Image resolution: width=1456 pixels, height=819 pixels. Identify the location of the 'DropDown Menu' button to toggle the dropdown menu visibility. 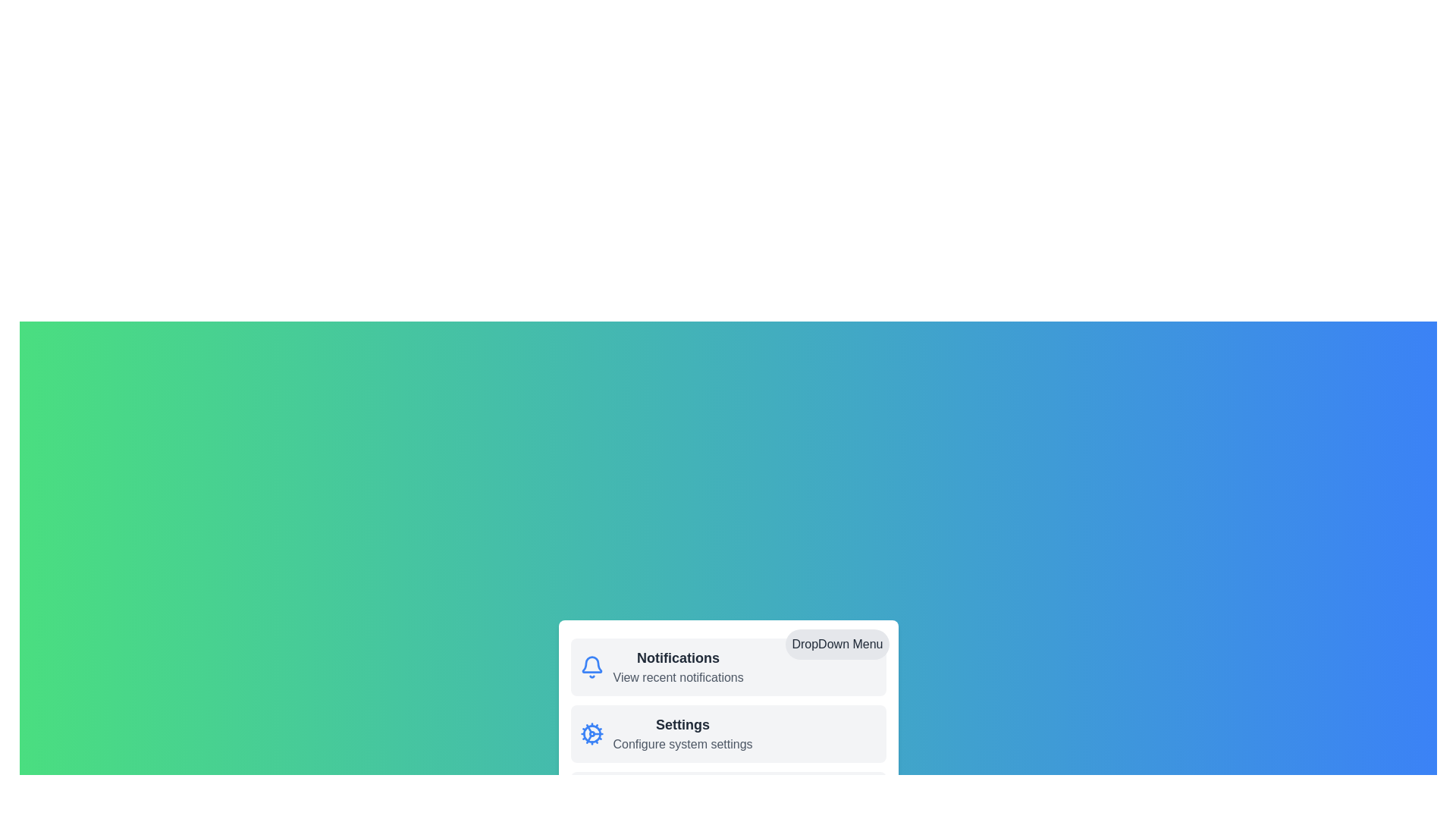
(836, 644).